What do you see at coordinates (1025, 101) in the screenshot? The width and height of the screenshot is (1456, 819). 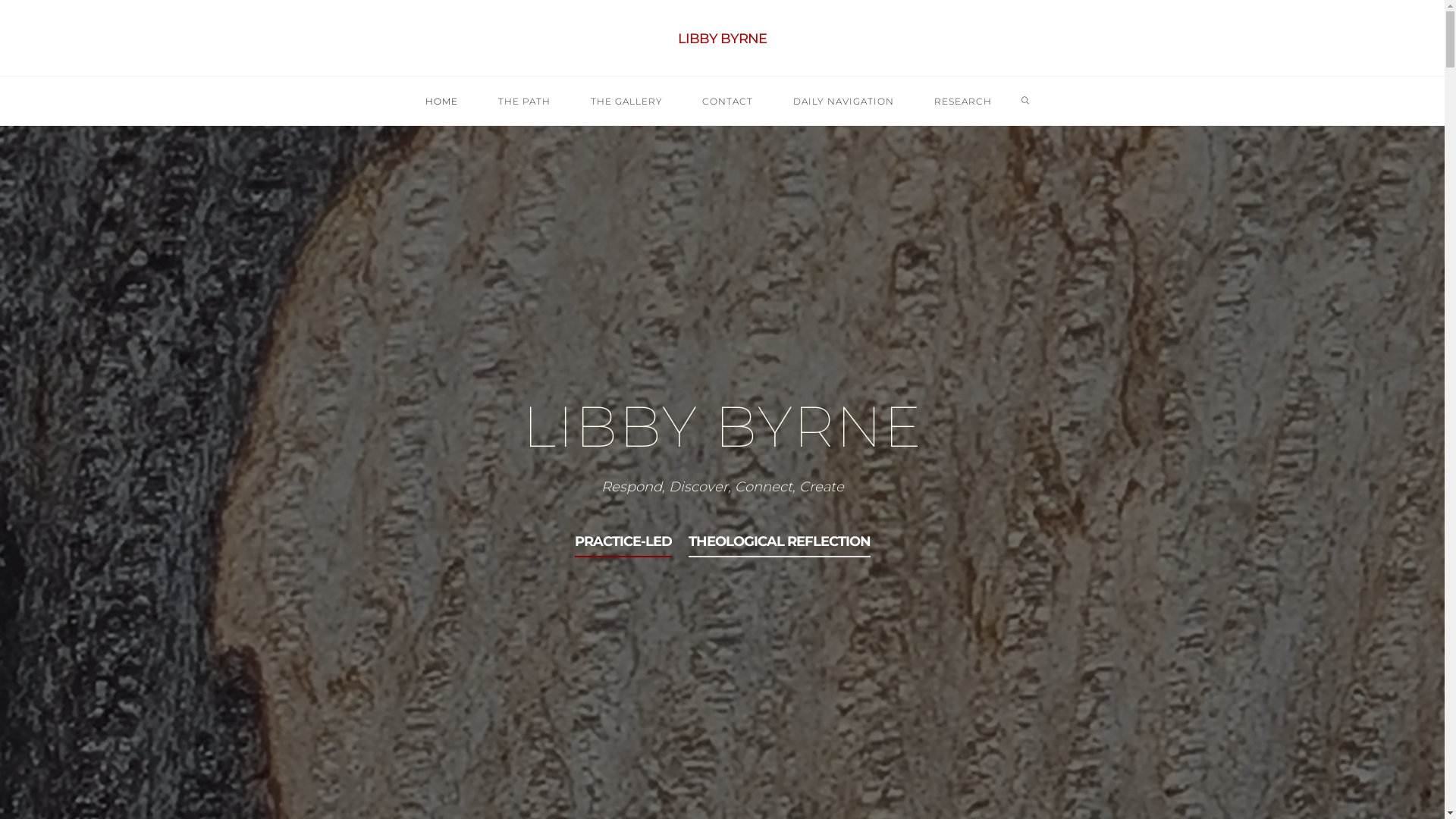 I see `'SEARCH'` at bounding box center [1025, 101].